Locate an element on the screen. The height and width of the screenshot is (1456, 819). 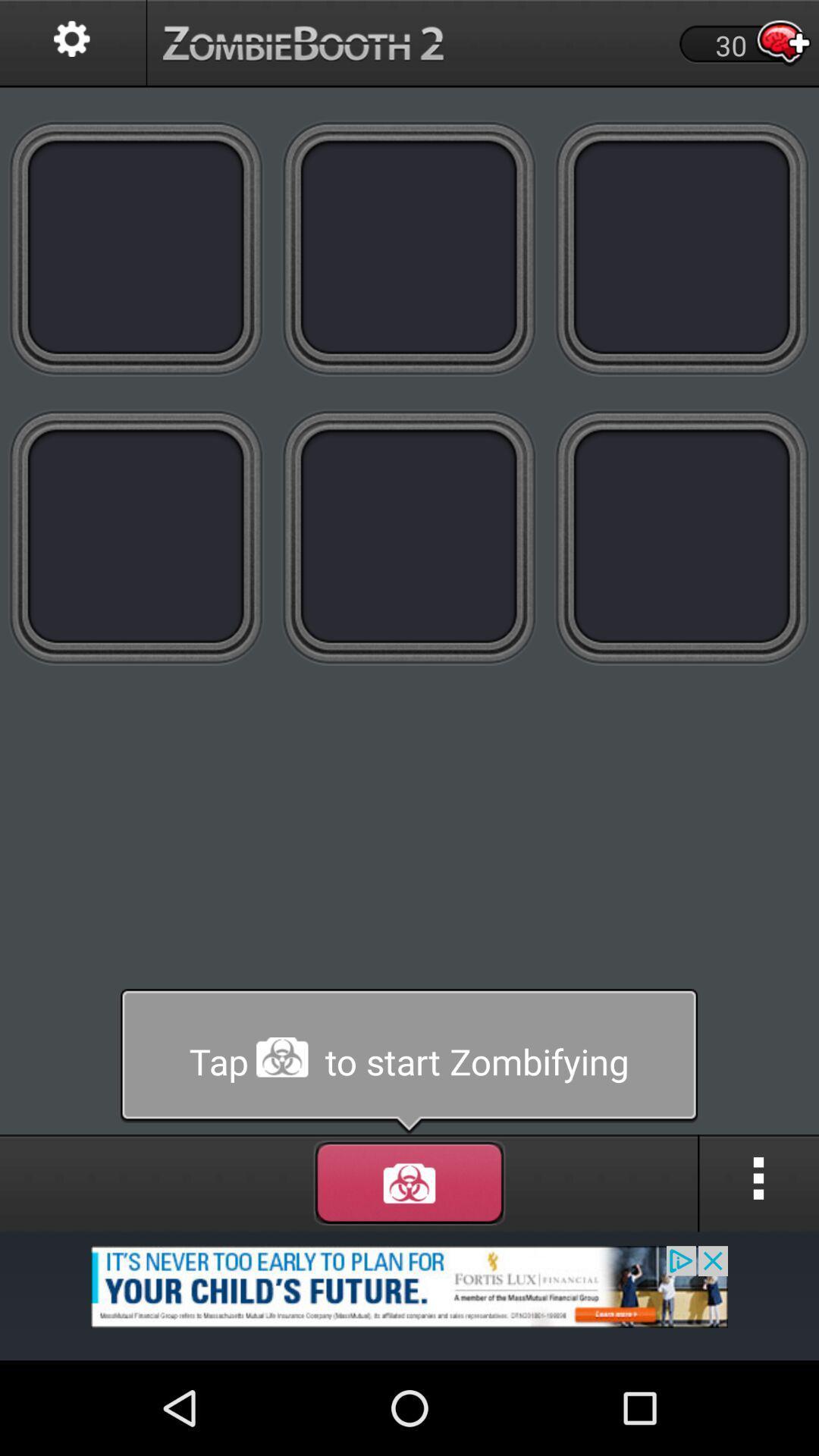
setterin pega is located at coordinates (73, 43).